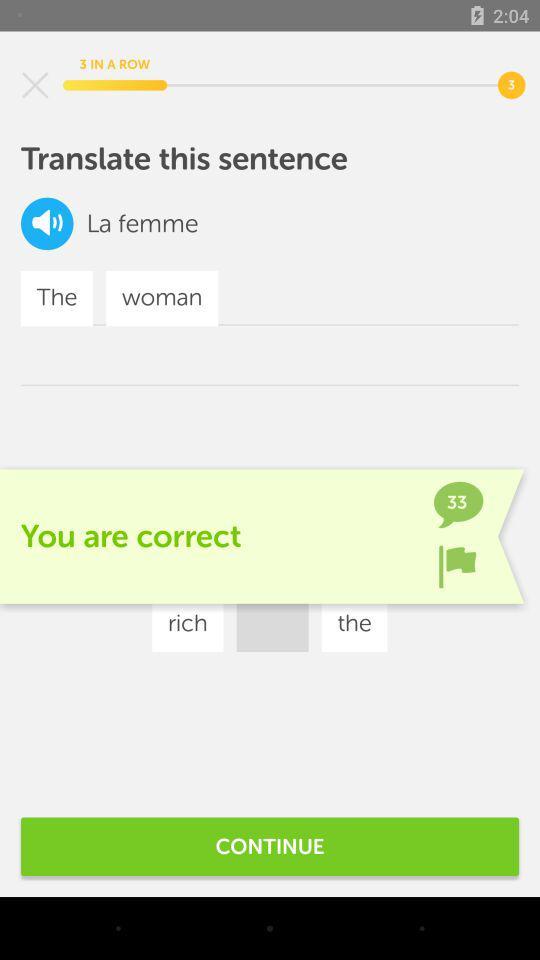 The width and height of the screenshot is (540, 960). What do you see at coordinates (375, 564) in the screenshot?
I see `the item next to the eats item` at bounding box center [375, 564].